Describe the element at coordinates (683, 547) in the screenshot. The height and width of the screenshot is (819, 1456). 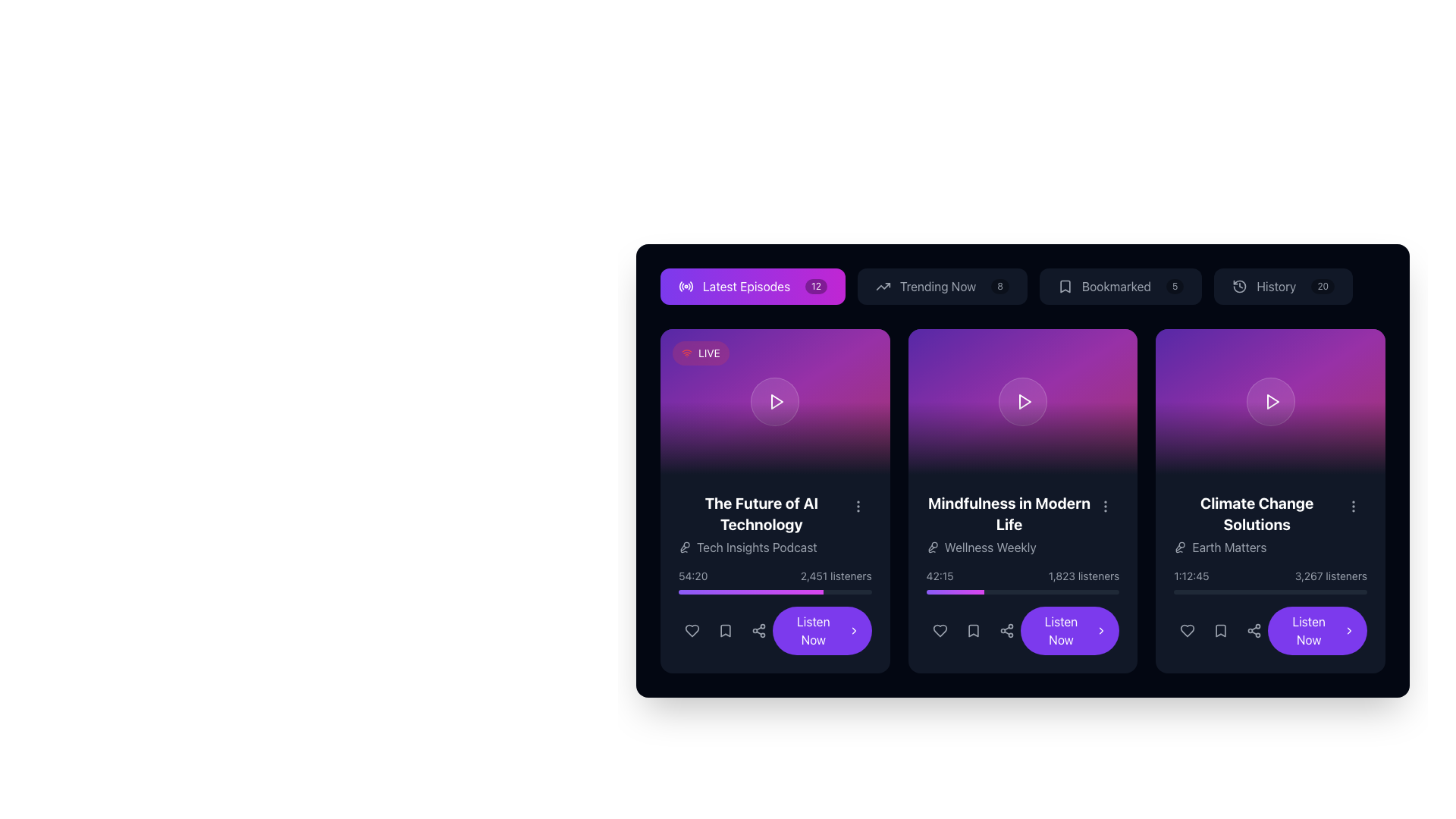
I see `the microphone icon located to the left of the text 'Tech Insights Podcast' in the card for 'The Future of AI Technology'` at that location.